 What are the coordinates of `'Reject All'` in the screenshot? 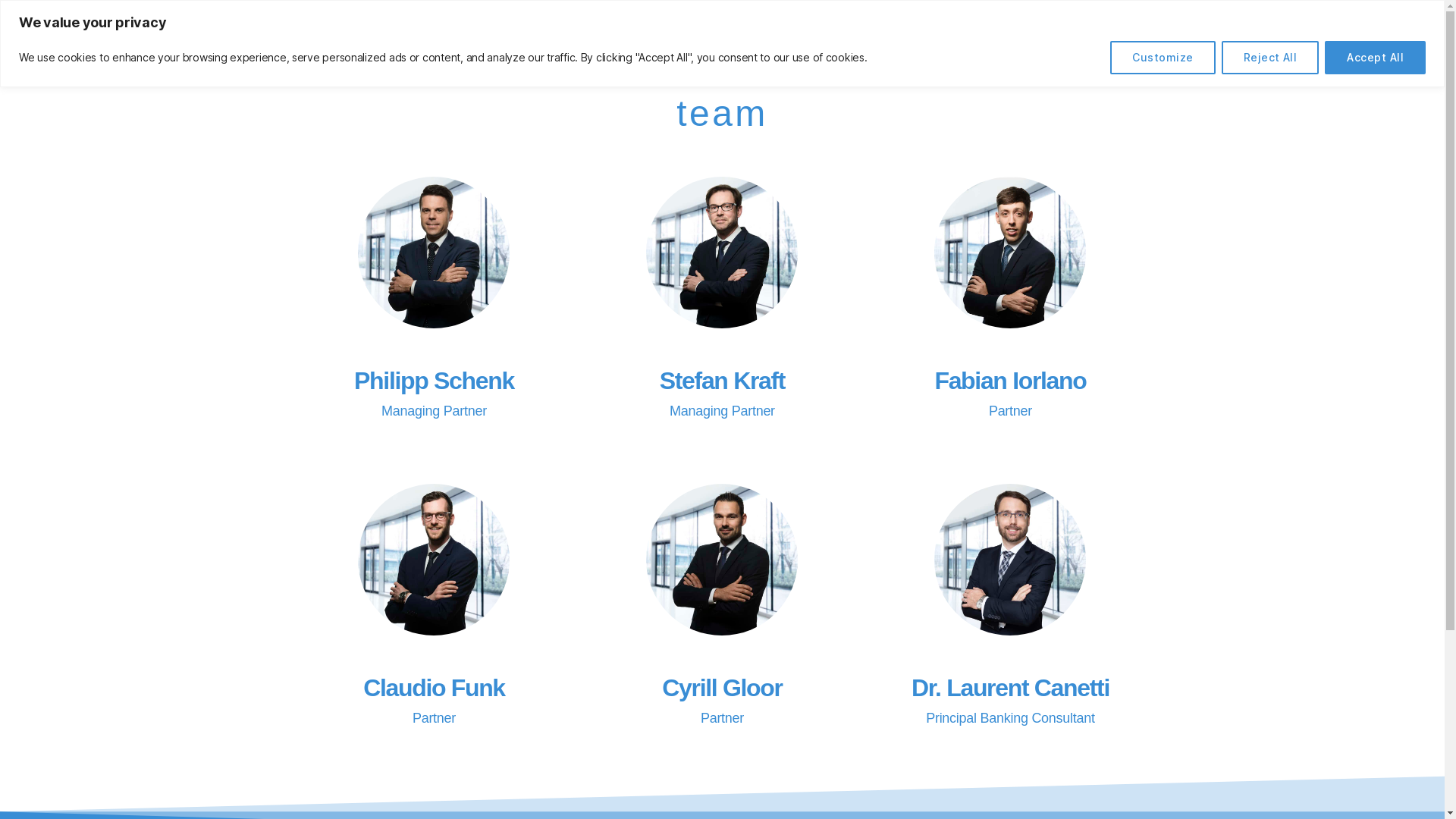 It's located at (1270, 57).